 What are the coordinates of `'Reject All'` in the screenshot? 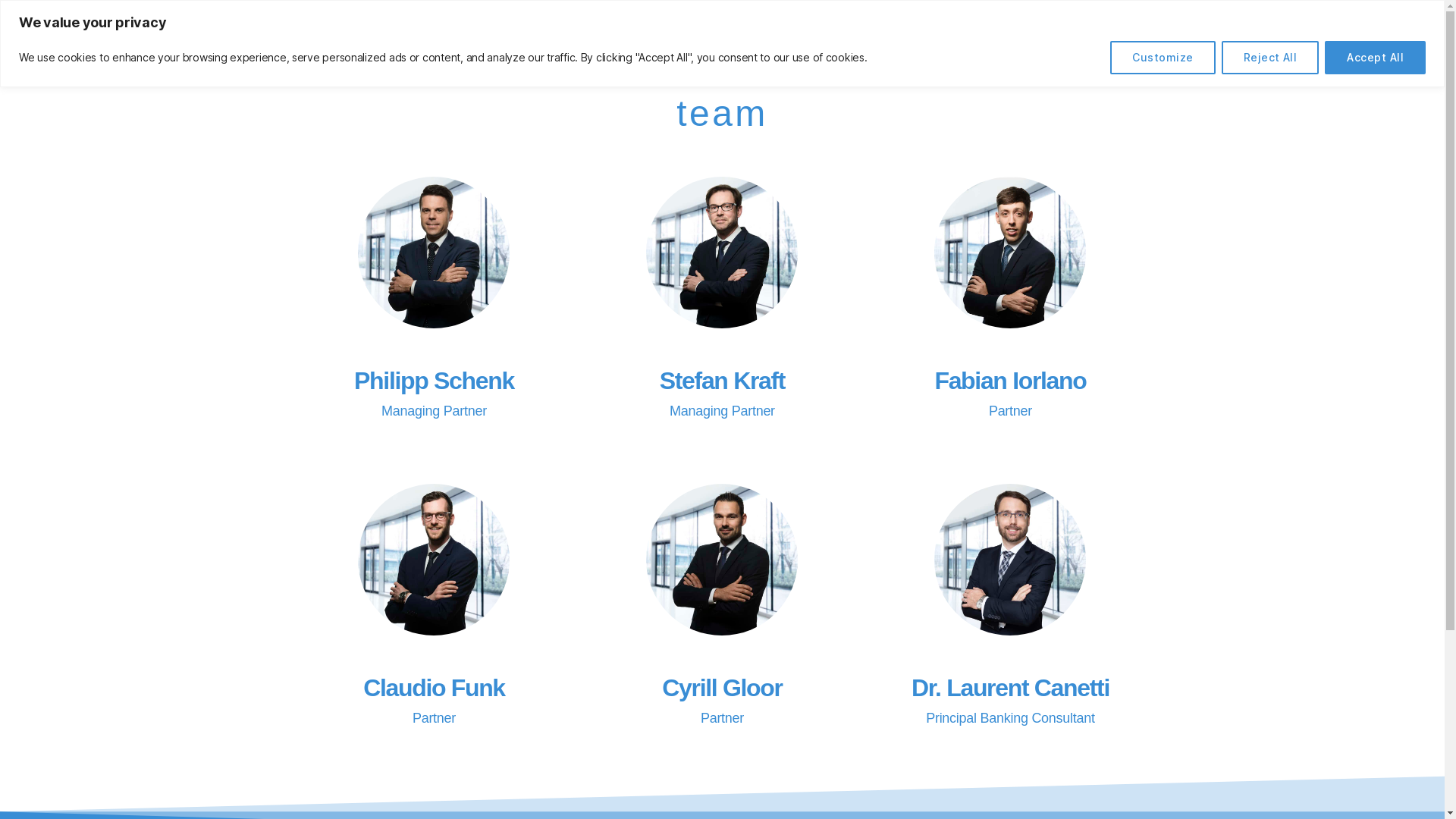 It's located at (1270, 57).